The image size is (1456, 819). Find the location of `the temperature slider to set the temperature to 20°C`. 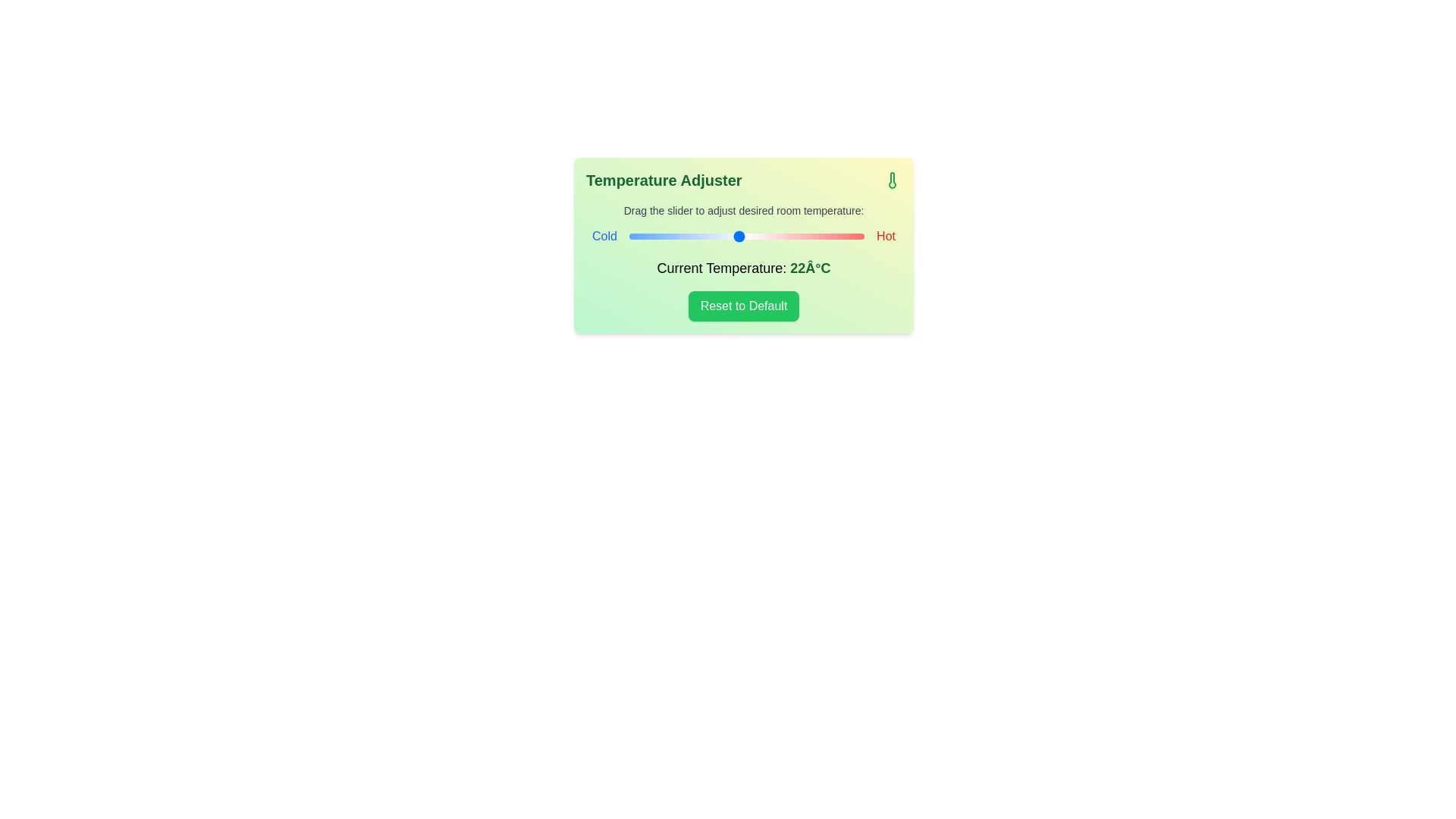

the temperature slider to set the temperature to 20°C is located at coordinates (707, 237).